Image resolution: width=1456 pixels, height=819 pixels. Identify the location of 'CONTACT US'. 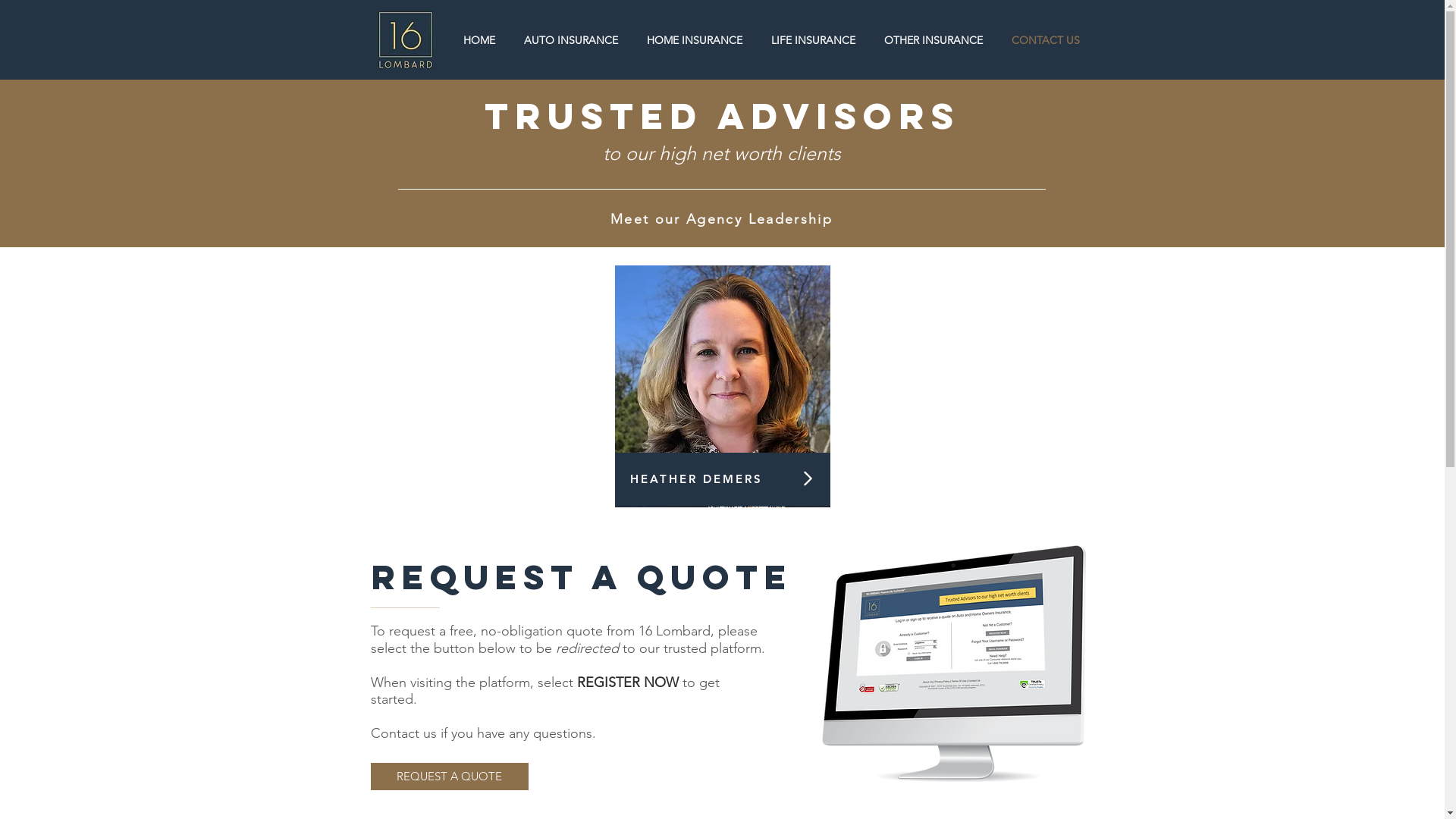
(1043, 39).